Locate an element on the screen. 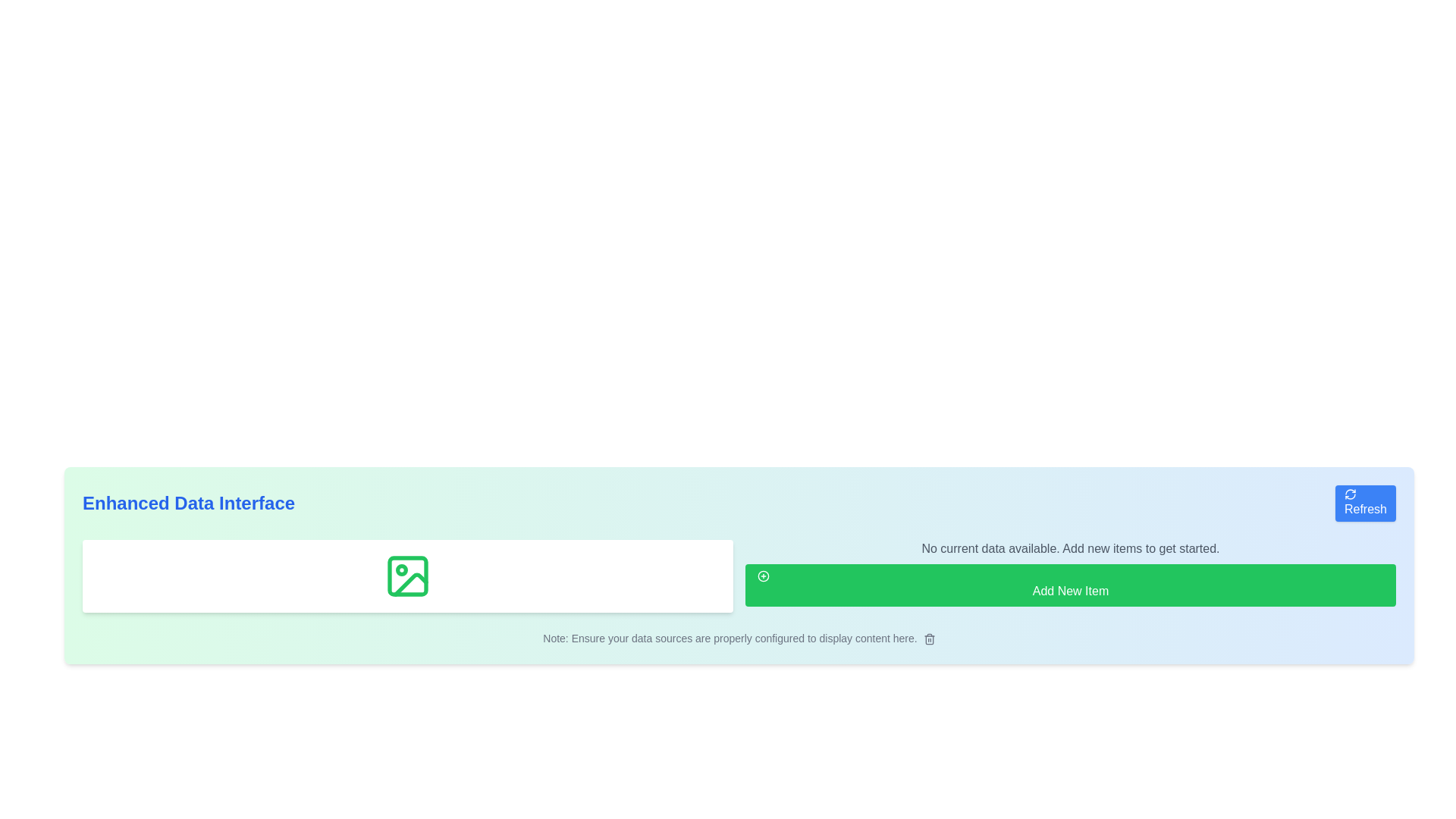 Image resolution: width=1456 pixels, height=819 pixels. the image upload icon, which is centrally located within a card-like structure with a white background and shadow styling is located at coordinates (407, 576).